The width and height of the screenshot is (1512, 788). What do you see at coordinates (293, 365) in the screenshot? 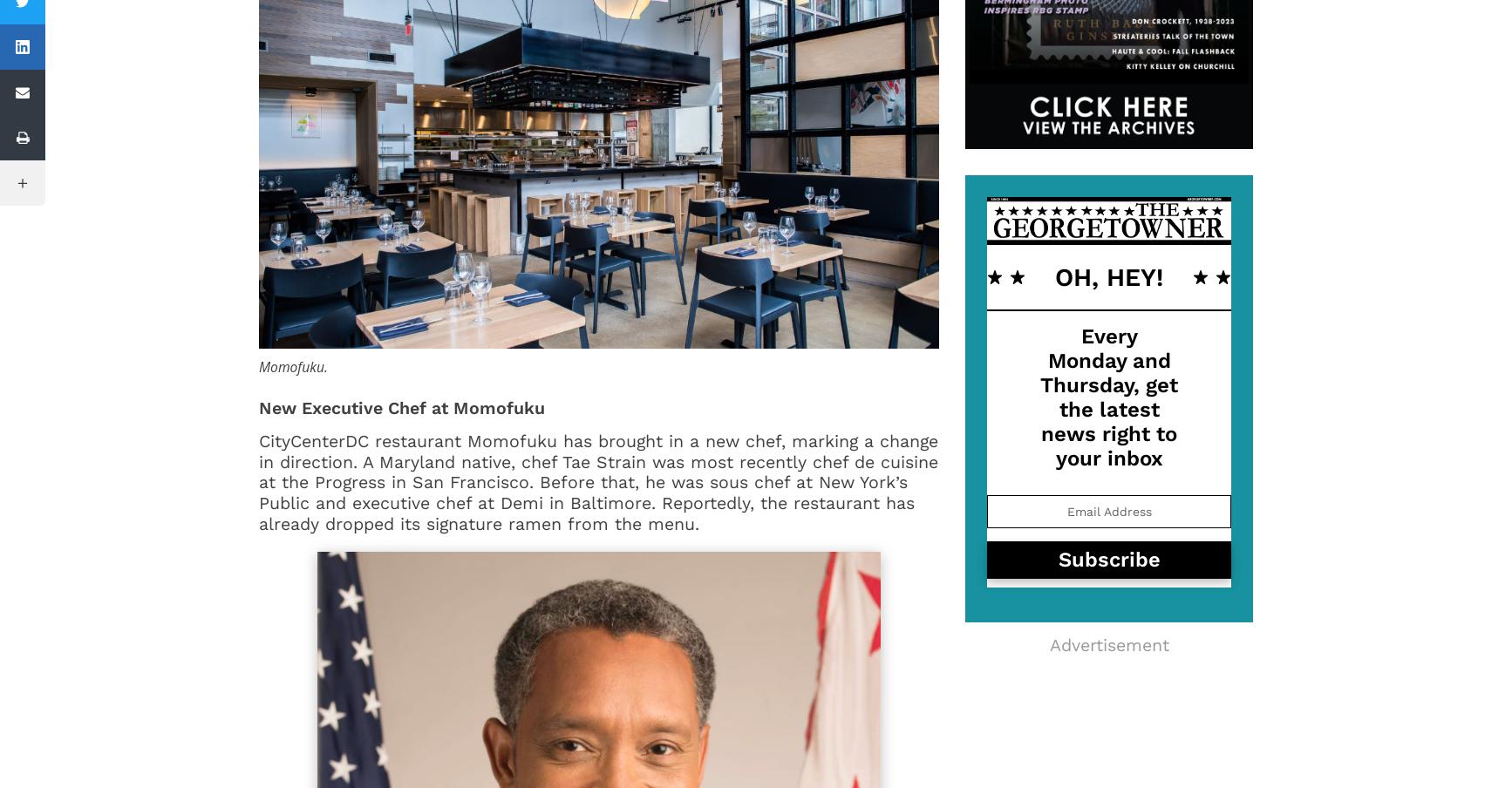
I see `'Momofuku.'` at bounding box center [293, 365].